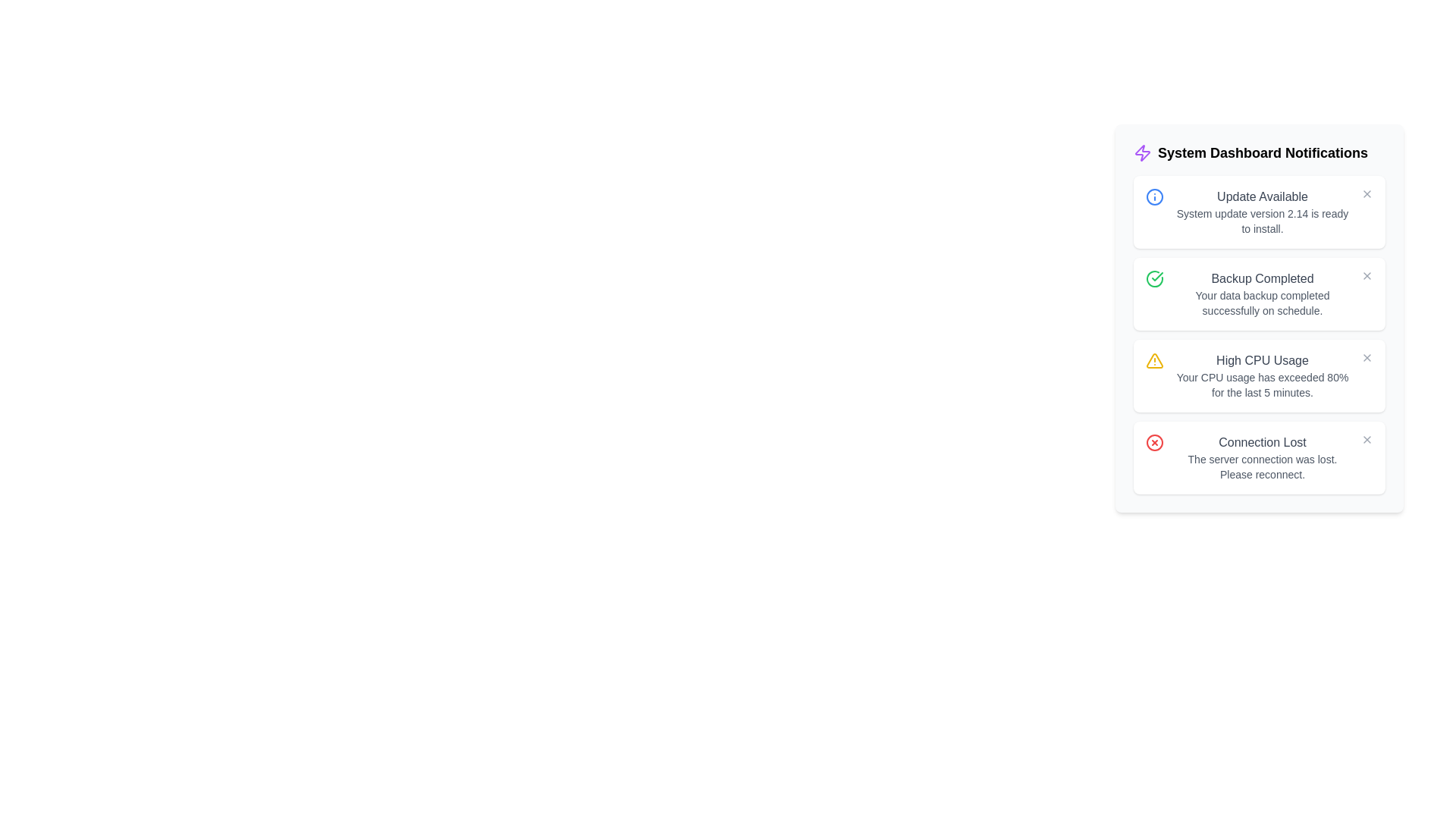 The height and width of the screenshot is (819, 1456). What do you see at coordinates (1263, 294) in the screenshot?
I see `the static textual notification label that indicates 'Backup Completed' with the description 'Your data backup completed successfully on schedule.'` at bounding box center [1263, 294].